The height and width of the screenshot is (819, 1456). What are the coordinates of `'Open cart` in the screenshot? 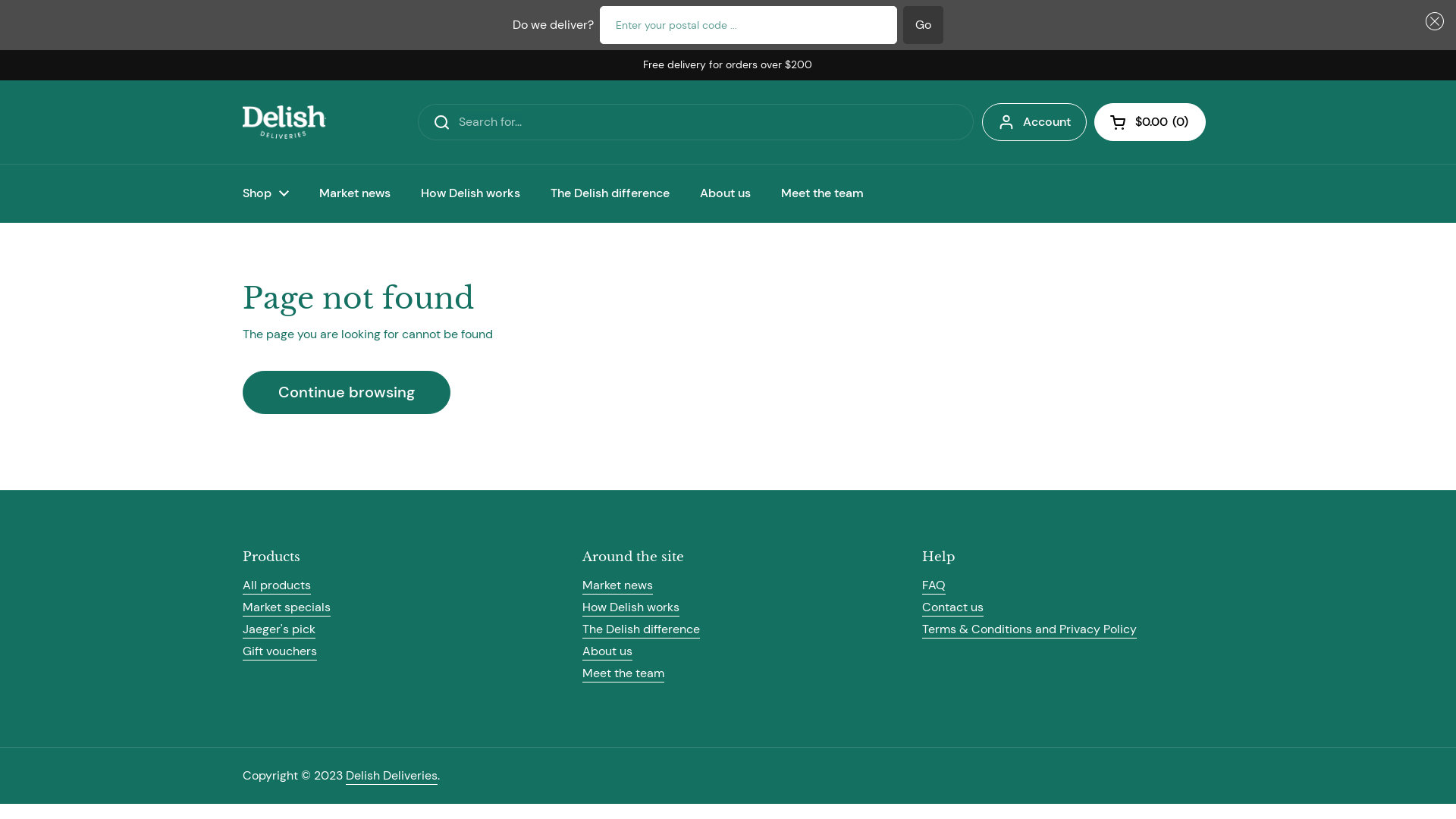 It's located at (1094, 121).